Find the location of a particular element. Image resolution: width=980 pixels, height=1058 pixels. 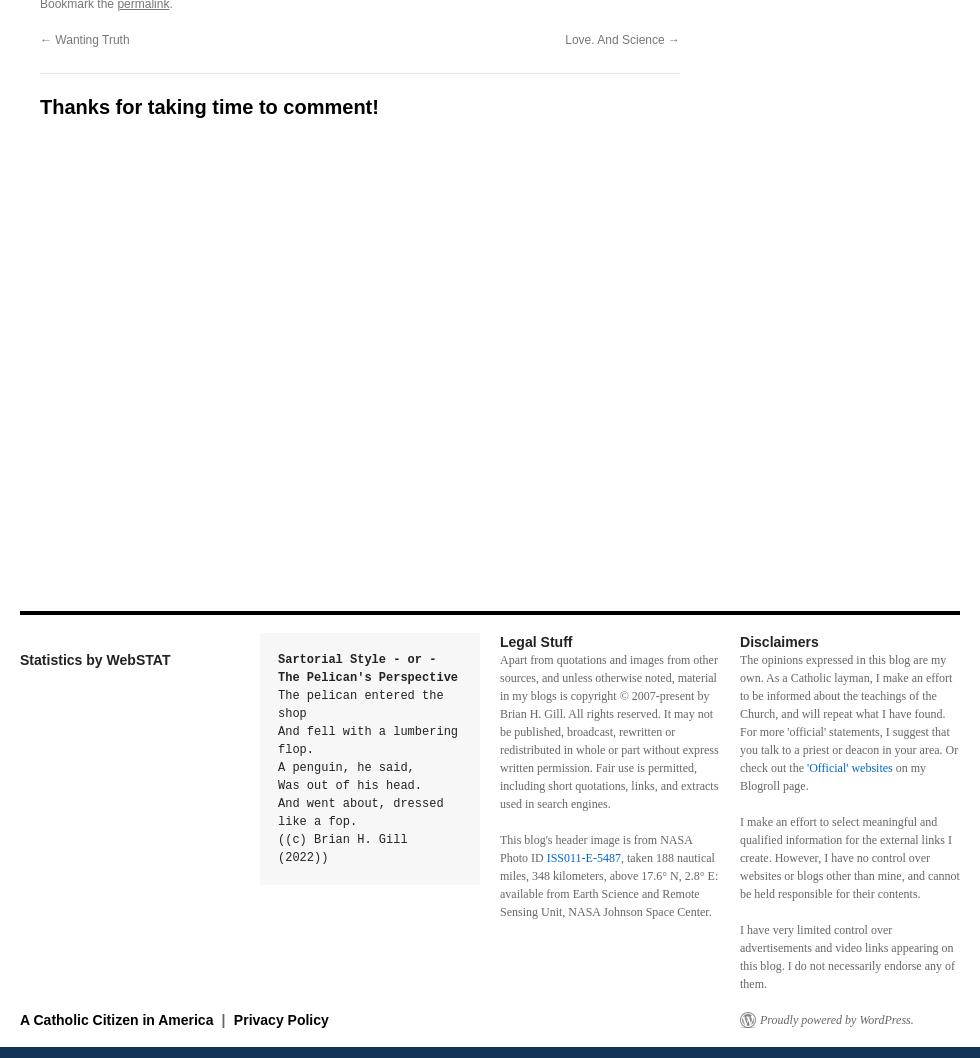

'Legal Stuff' is located at coordinates (535, 640).